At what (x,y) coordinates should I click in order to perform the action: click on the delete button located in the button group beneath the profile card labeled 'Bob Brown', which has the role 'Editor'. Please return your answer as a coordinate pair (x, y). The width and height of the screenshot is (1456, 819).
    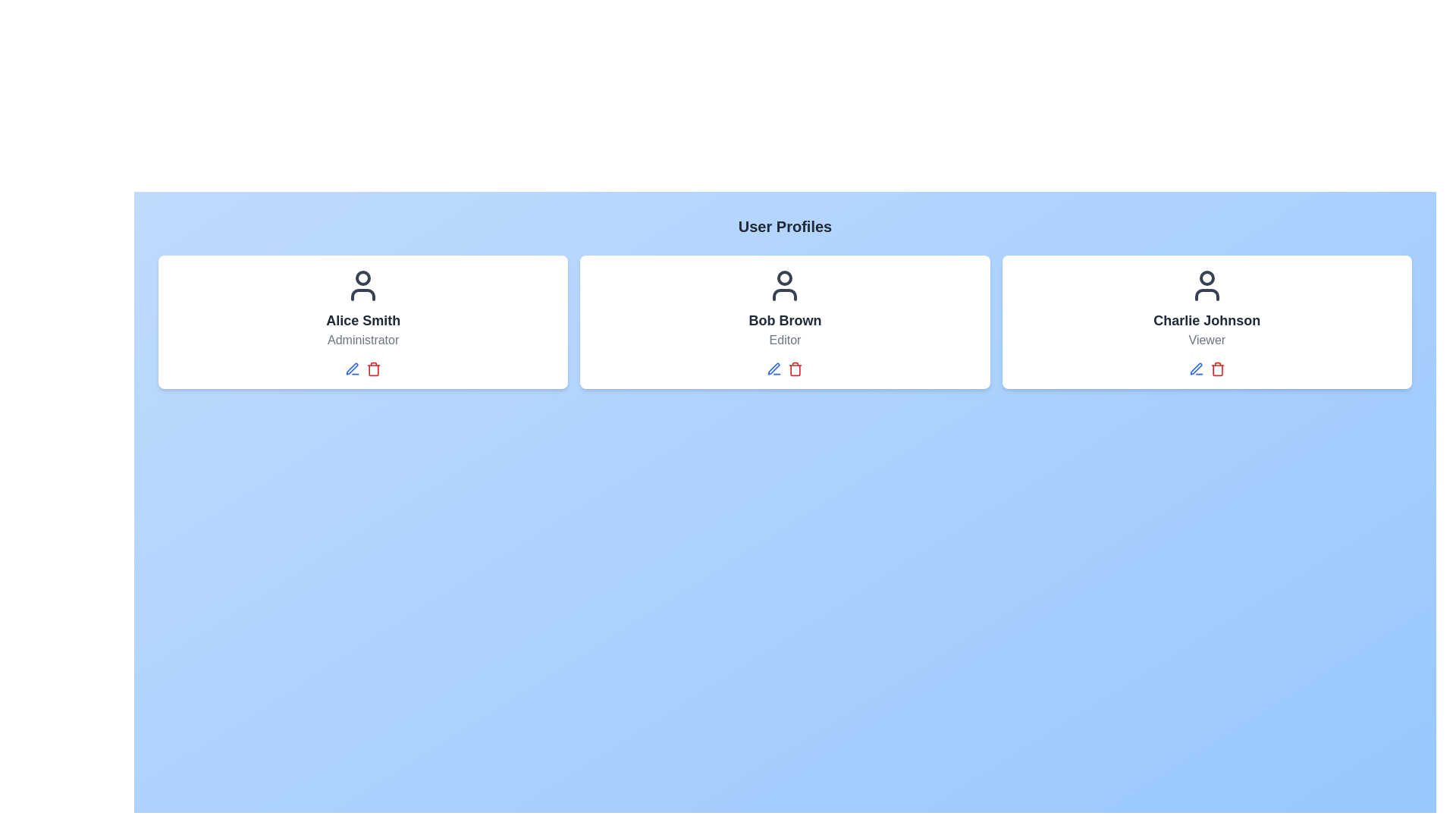
    Looking at the image, I should click on (785, 369).